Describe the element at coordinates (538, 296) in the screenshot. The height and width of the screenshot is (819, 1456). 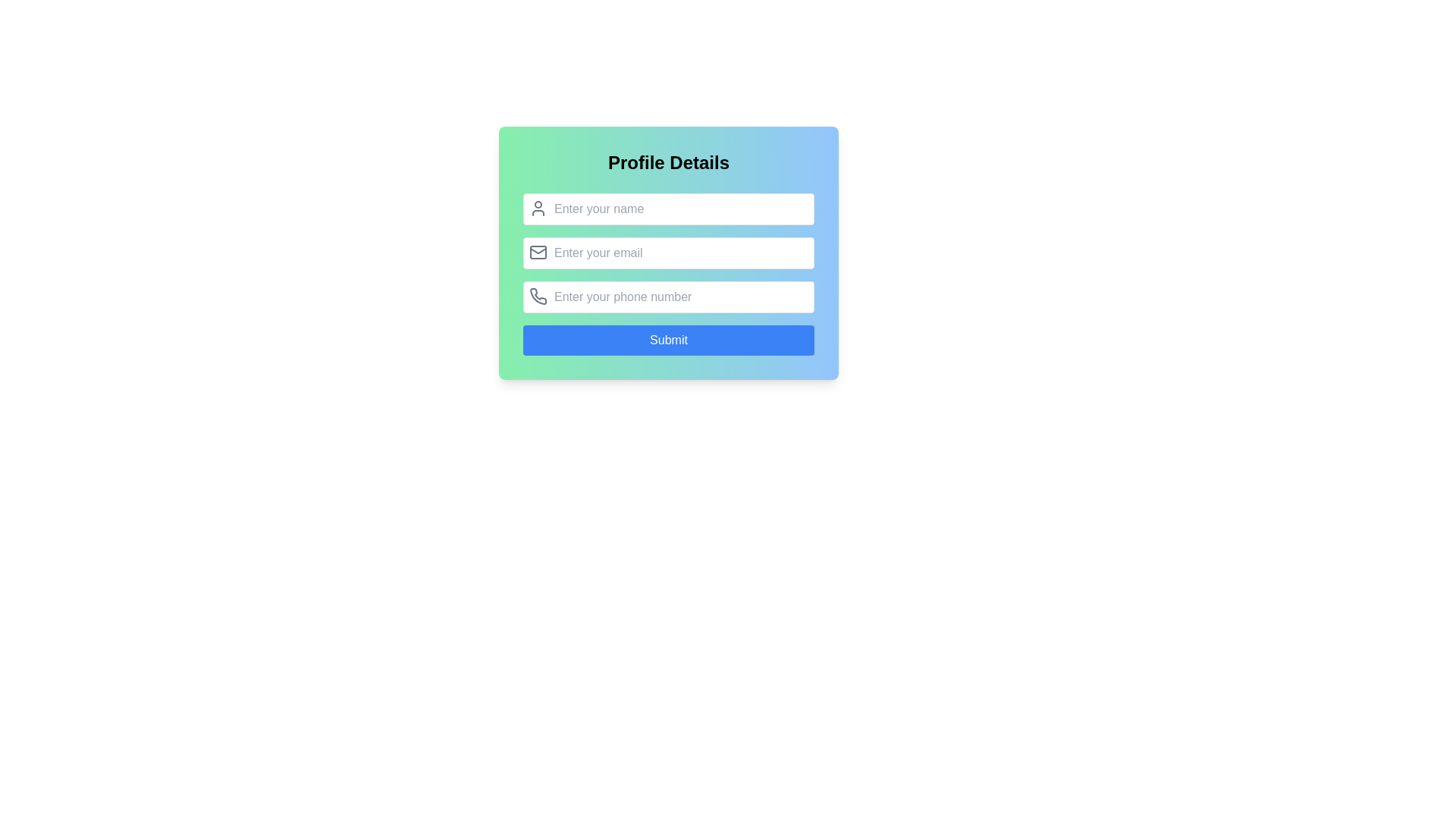
I see `the phone receiver icon, which is drawn in a circular contour style with a gray stroke` at that location.